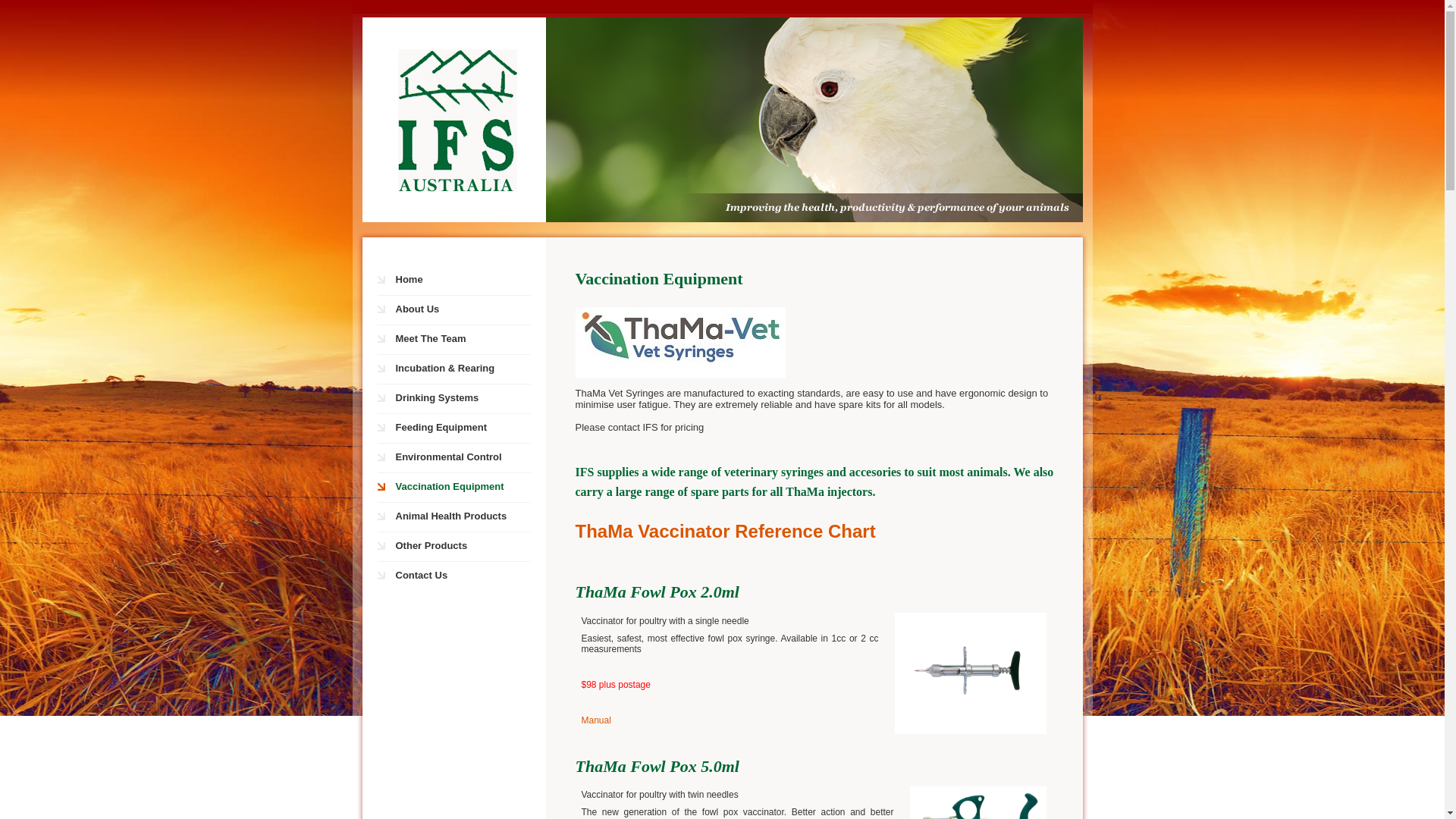 The image size is (1456, 819). What do you see at coordinates (461, 457) in the screenshot?
I see `'Environmental Control'` at bounding box center [461, 457].